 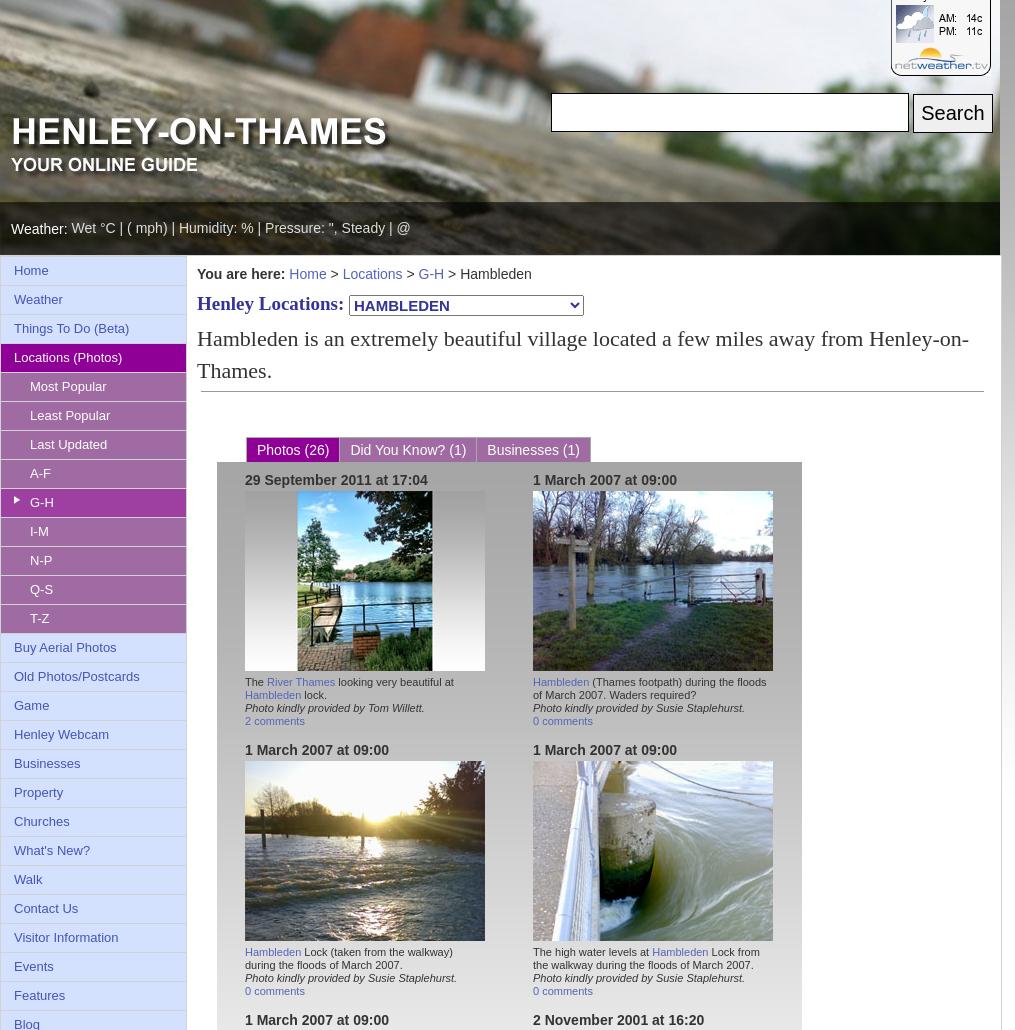 I want to click on 'Visitor Information', so click(x=13, y=937).